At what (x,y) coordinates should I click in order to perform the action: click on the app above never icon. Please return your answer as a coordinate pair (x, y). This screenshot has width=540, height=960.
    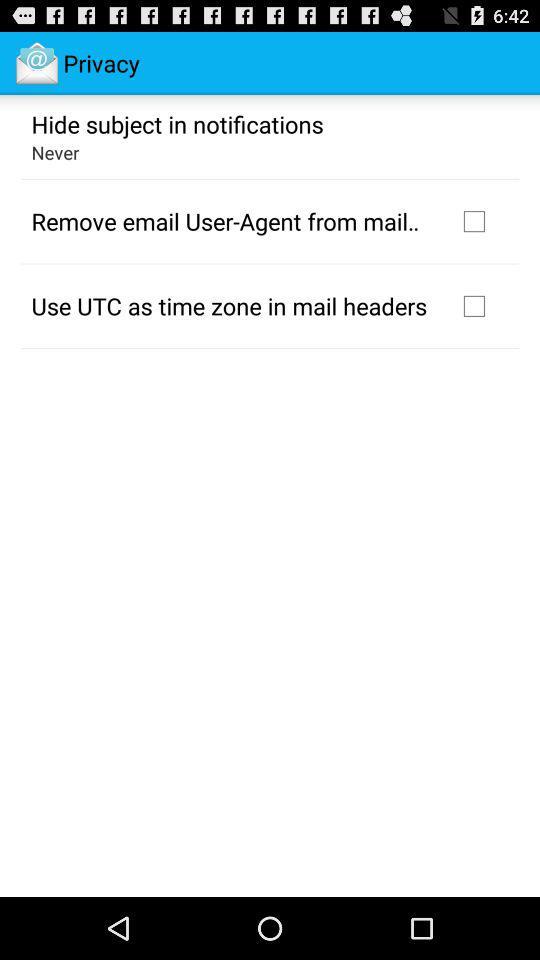
    Looking at the image, I should click on (177, 122).